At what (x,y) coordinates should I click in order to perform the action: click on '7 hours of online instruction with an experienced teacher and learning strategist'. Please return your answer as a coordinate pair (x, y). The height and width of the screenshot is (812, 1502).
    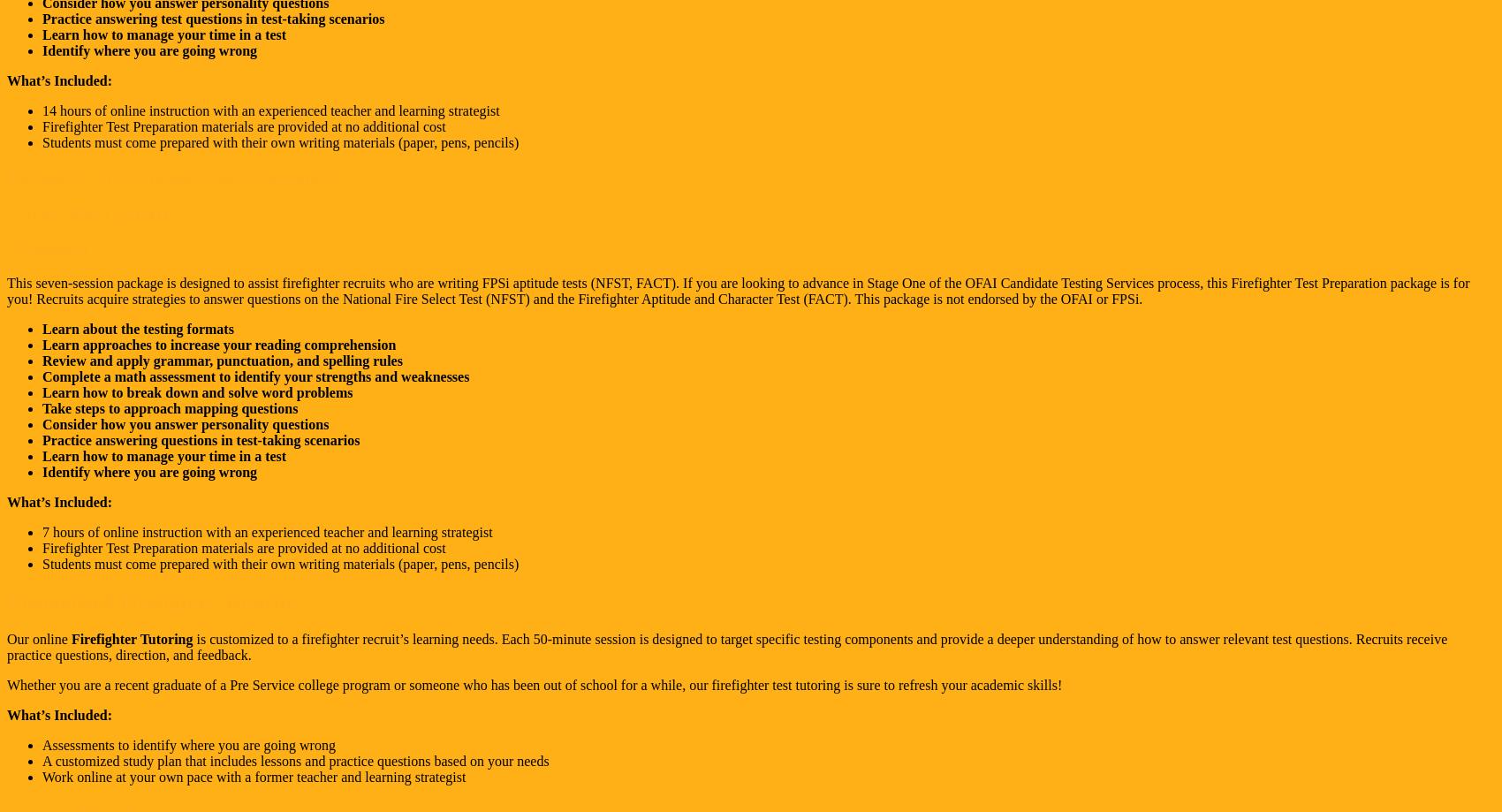
    Looking at the image, I should click on (267, 532).